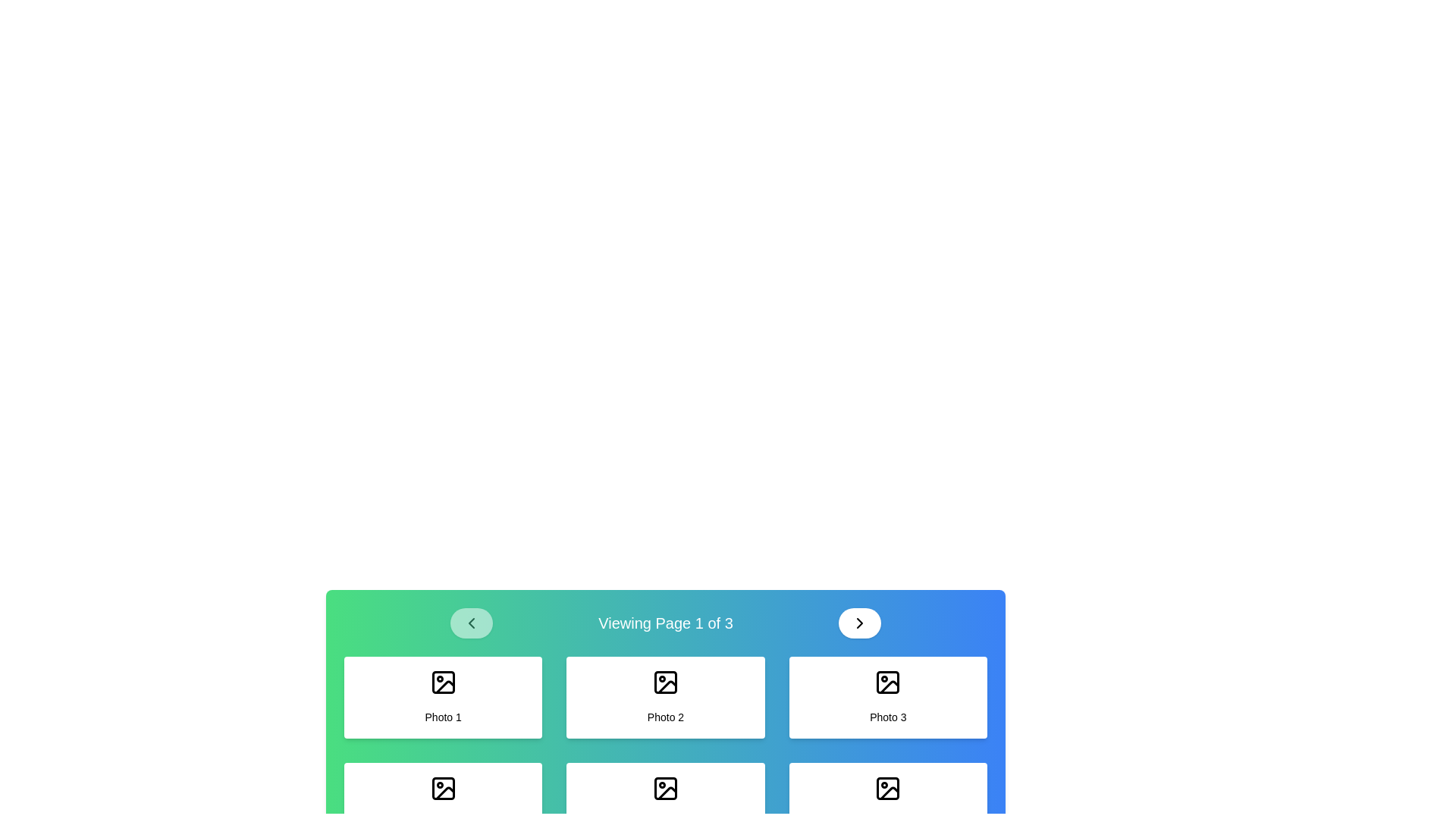 The width and height of the screenshot is (1456, 819). What do you see at coordinates (666, 681) in the screenshot?
I see `the decorative graphical element within the SVG graphic that represents the second photo in a row of images in the gallery-type interface` at bounding box center [666, 681].